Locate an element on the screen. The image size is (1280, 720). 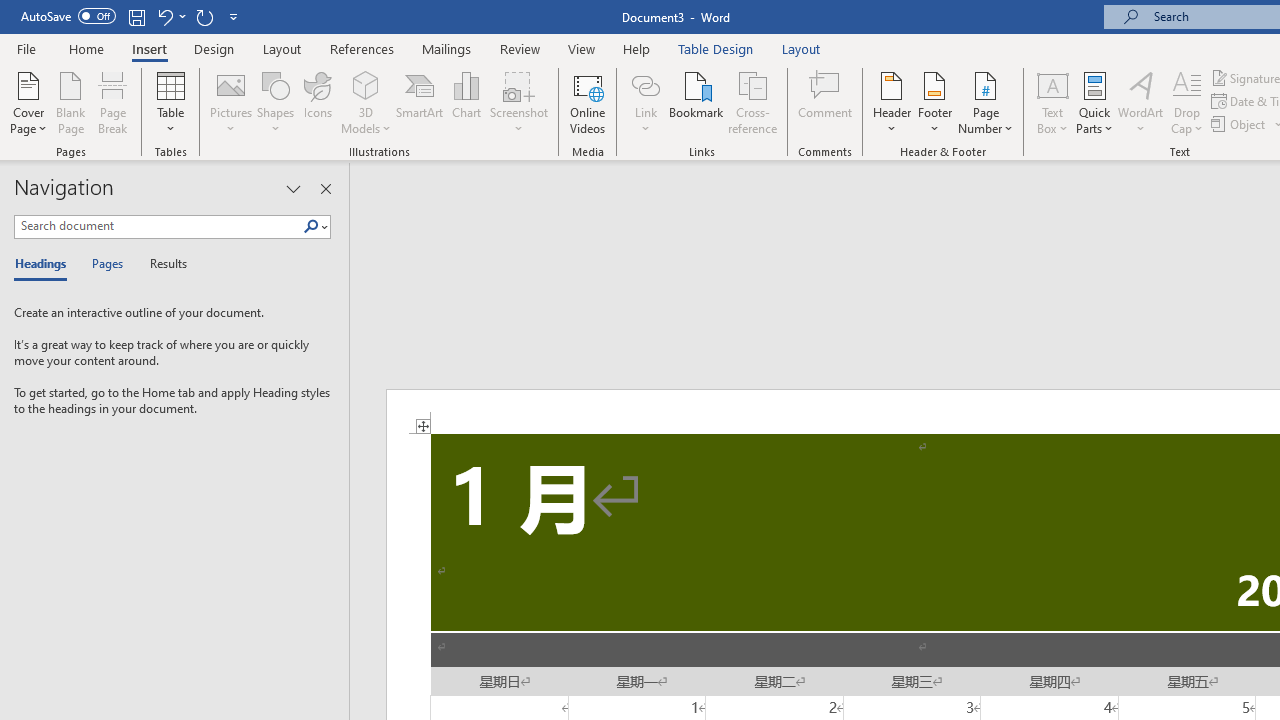
'AutoSave' is located at coordinates (68, 16).